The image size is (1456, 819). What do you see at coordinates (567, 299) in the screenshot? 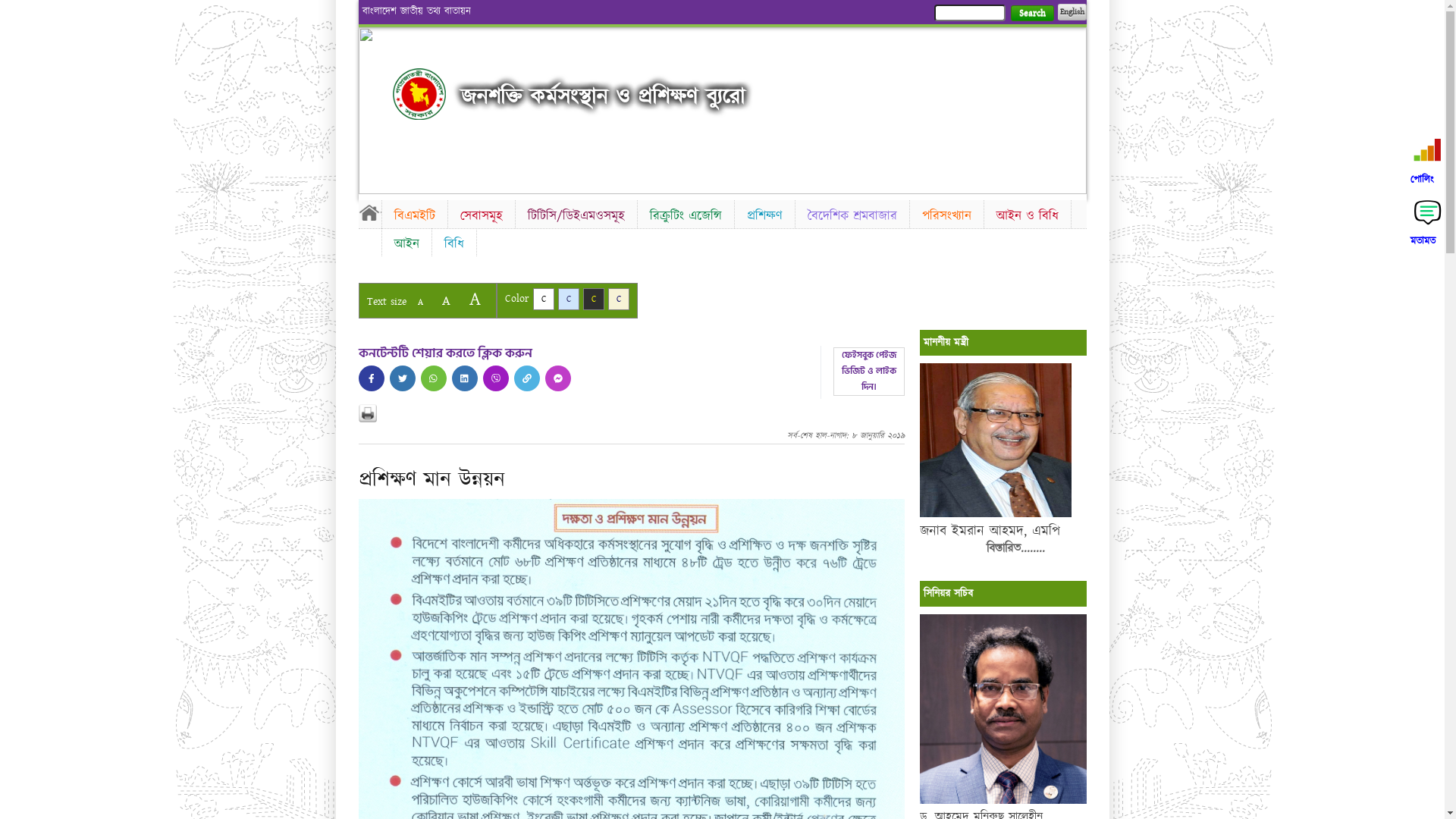
I see `'C'` at bounding box center [567, 299].